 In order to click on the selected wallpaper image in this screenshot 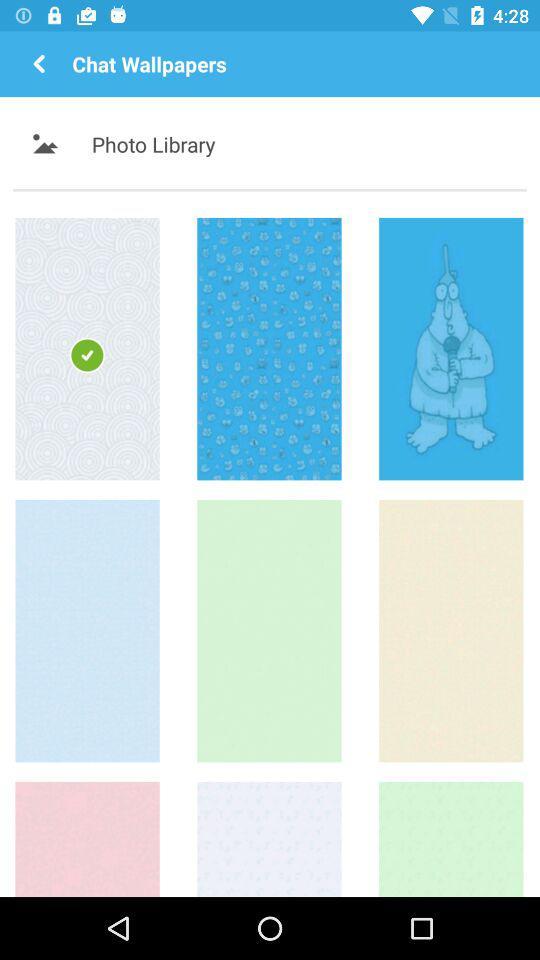, I will do `click(86, 348)`.